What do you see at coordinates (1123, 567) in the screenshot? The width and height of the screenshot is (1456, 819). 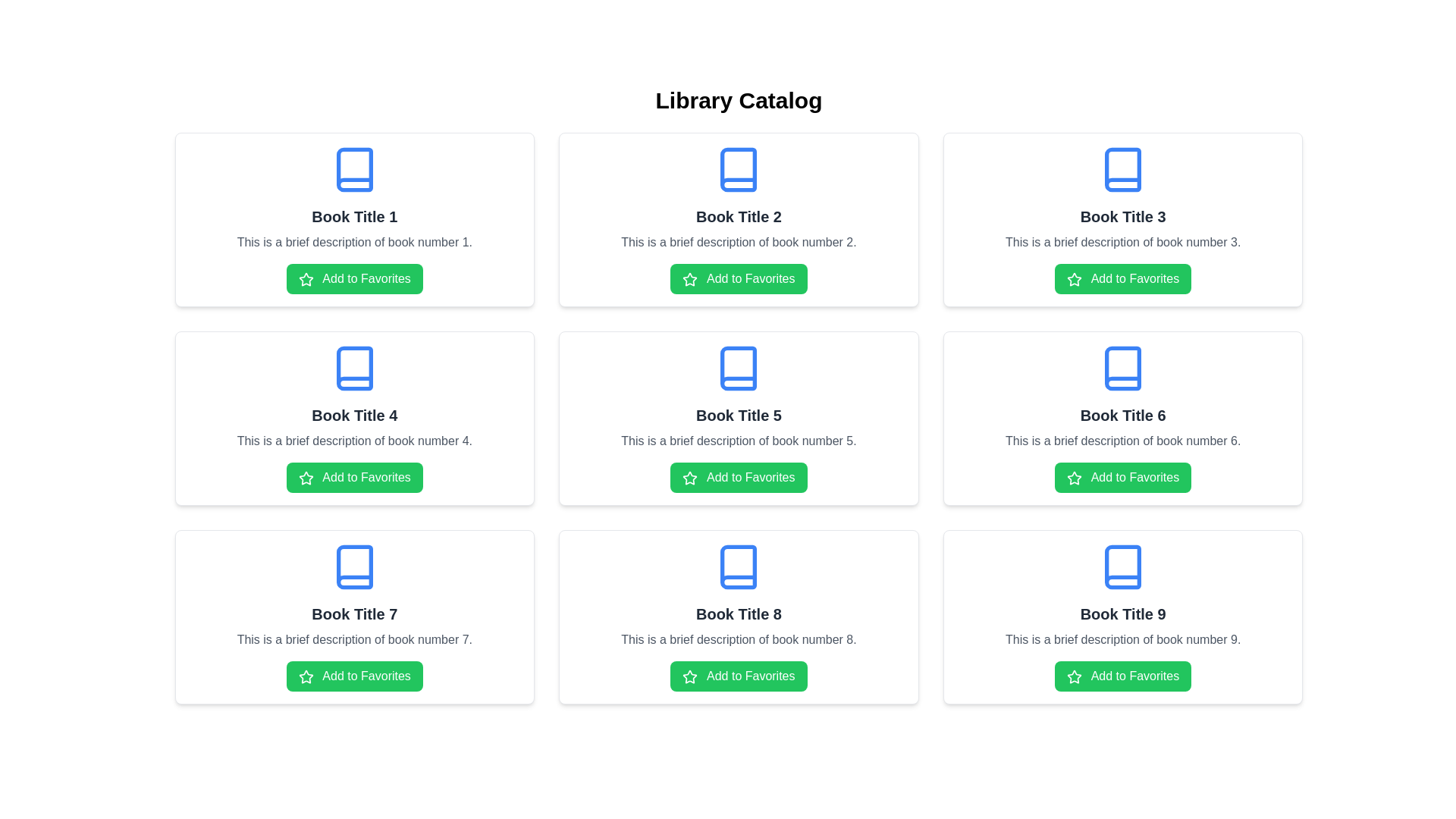 I see `the book icon located in the bottom-right card of the 3x3 grid layout, specifically above the title 'Book Title 9'` at bounding box center [1123, 567].